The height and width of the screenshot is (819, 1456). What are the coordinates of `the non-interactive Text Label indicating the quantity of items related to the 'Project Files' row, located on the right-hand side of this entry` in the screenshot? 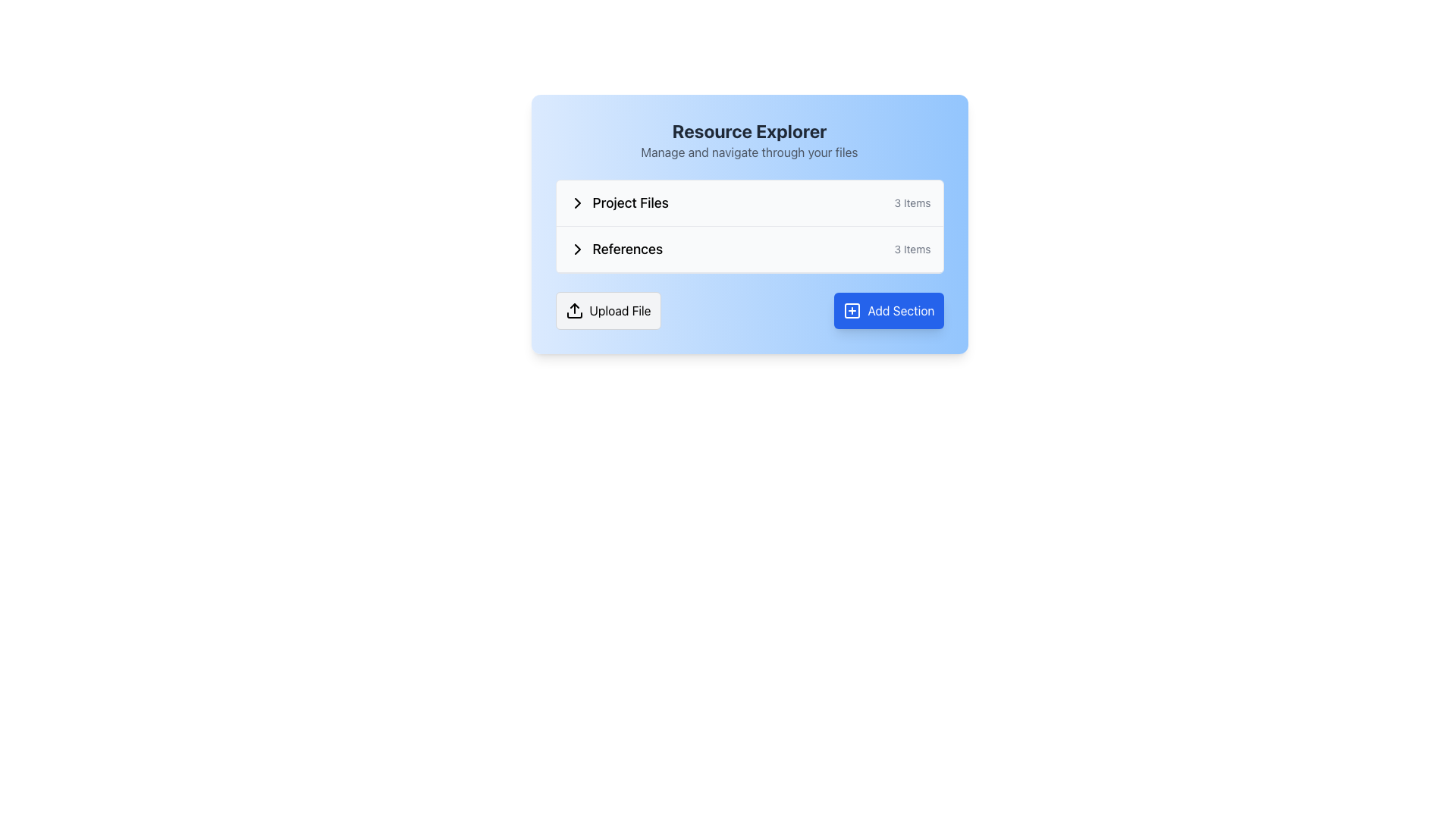 It's located at (912, 202).